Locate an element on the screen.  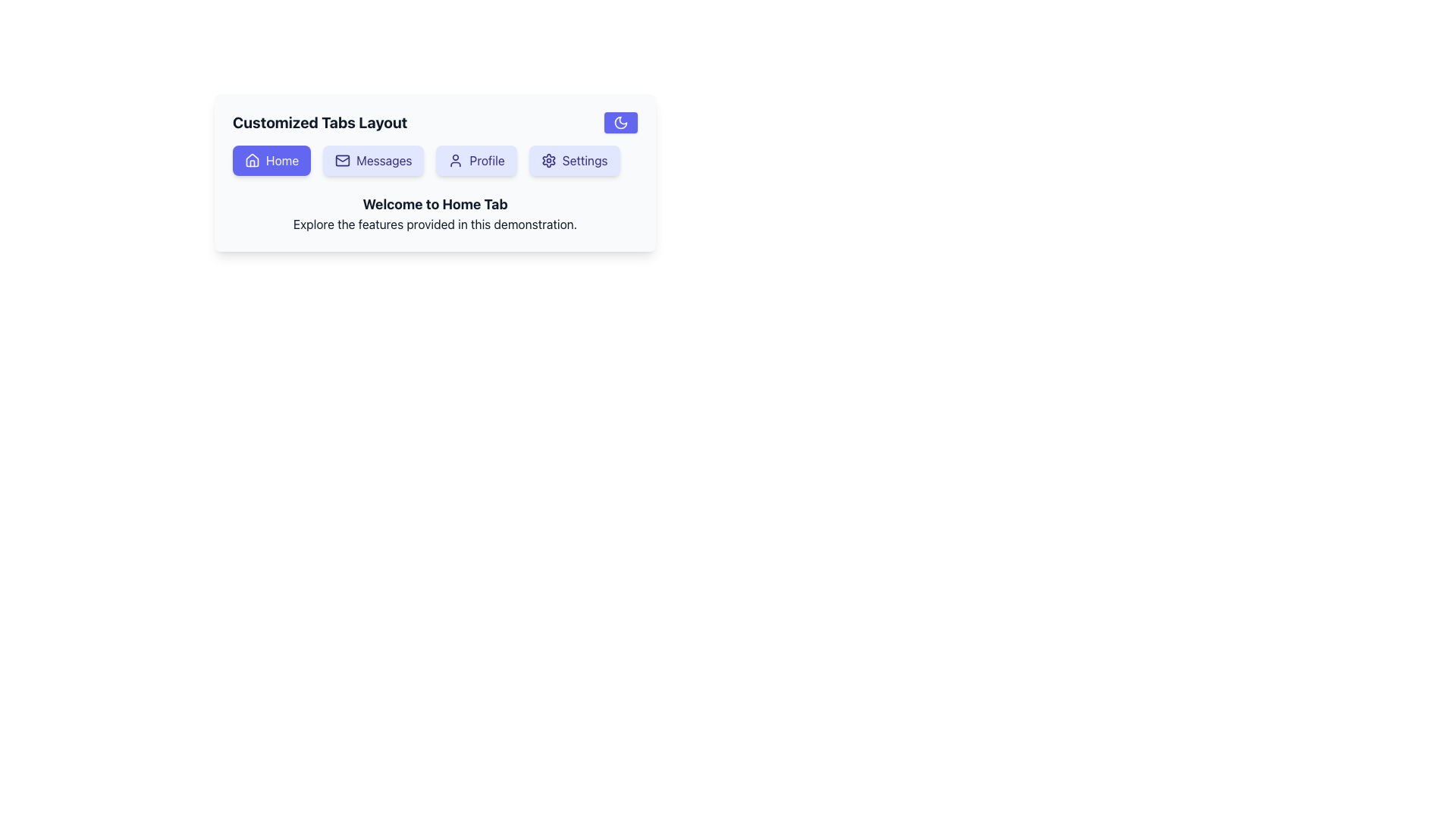
the 'Settings' button, which is the fourth button in the navigation bar is located at coordinates (573, 161).